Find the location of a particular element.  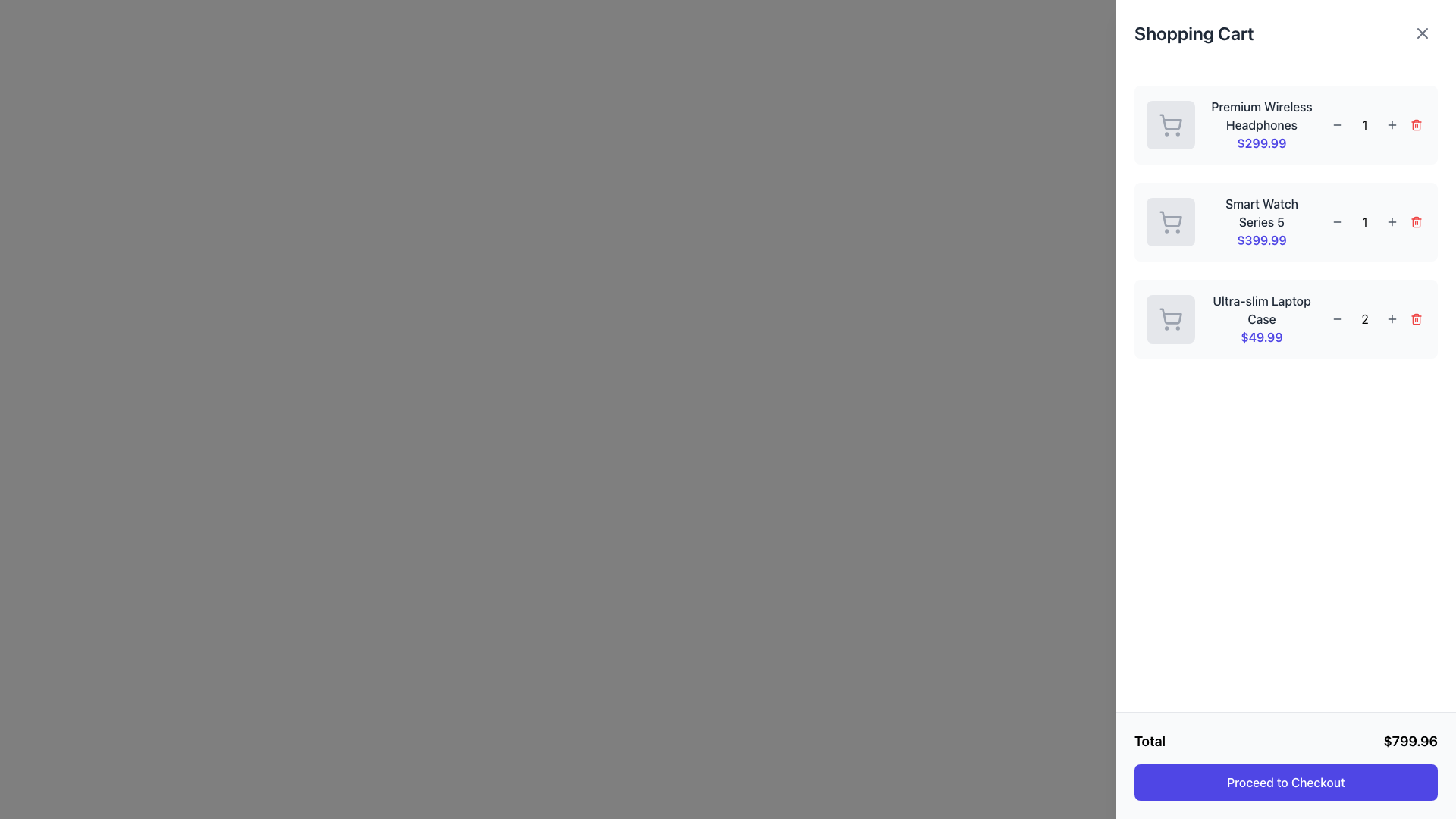

the Icon button (trash bin symbol) associated with the 'Smart Watch Series 5' item in the shopping cart to indicate interactivity is located at coordinates (1415, 222).